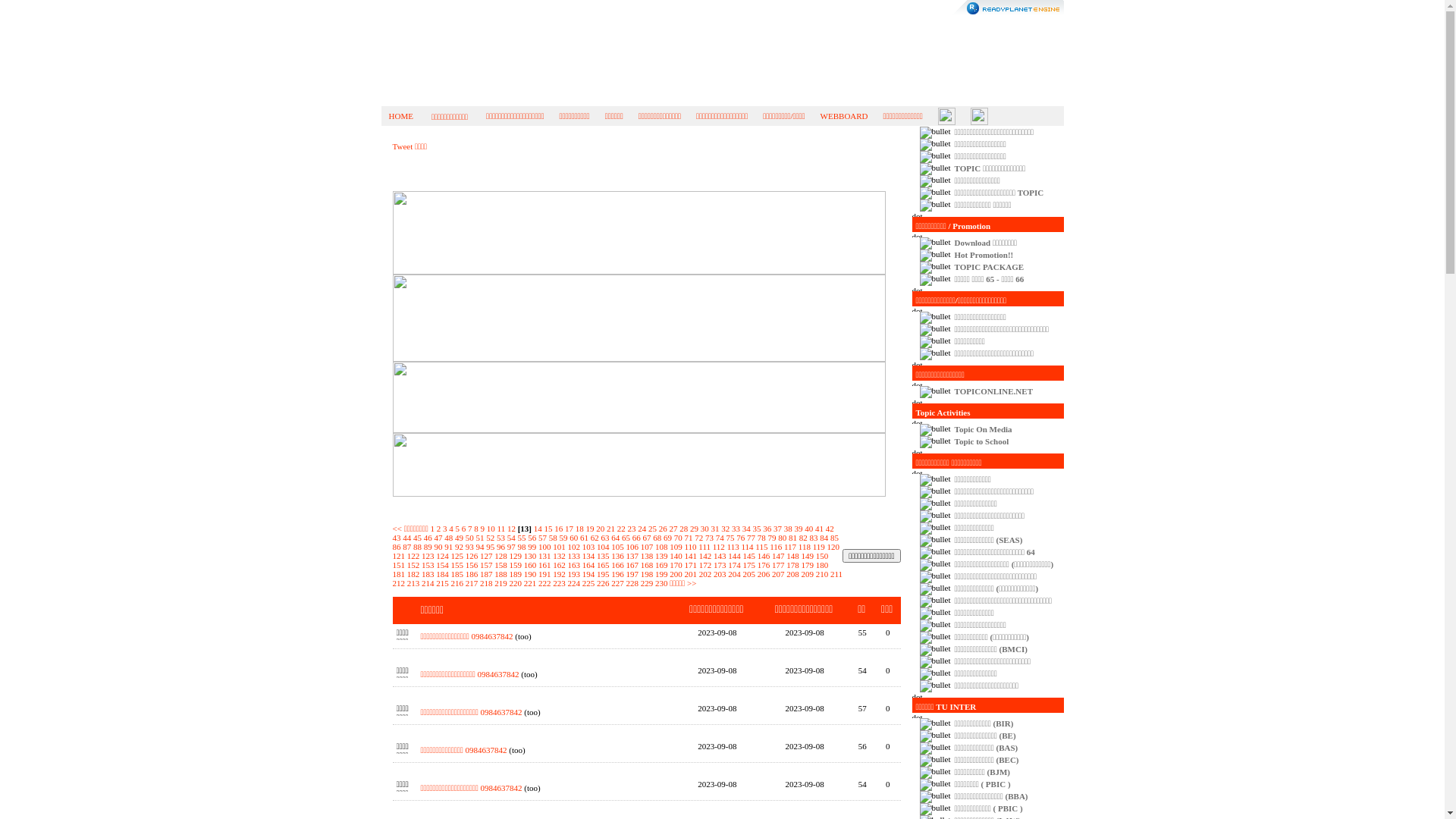  Describe the element at coordinates (413, 555) in the screenshot. I see `'122'` at that location.